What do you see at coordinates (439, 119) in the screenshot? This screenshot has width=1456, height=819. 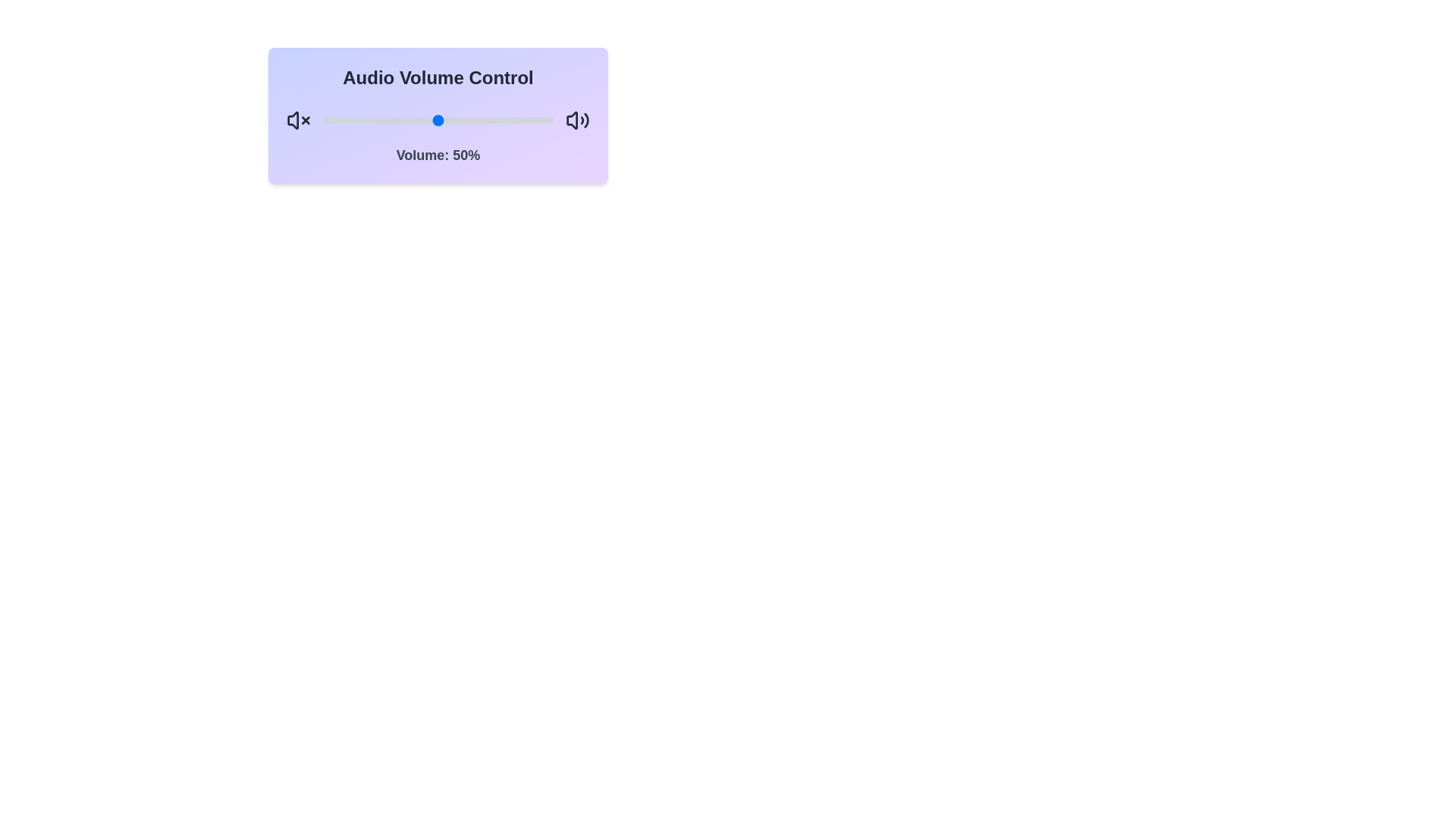 I see `the volume slider to set the volume to 51%` at bounding box center [439, 119].